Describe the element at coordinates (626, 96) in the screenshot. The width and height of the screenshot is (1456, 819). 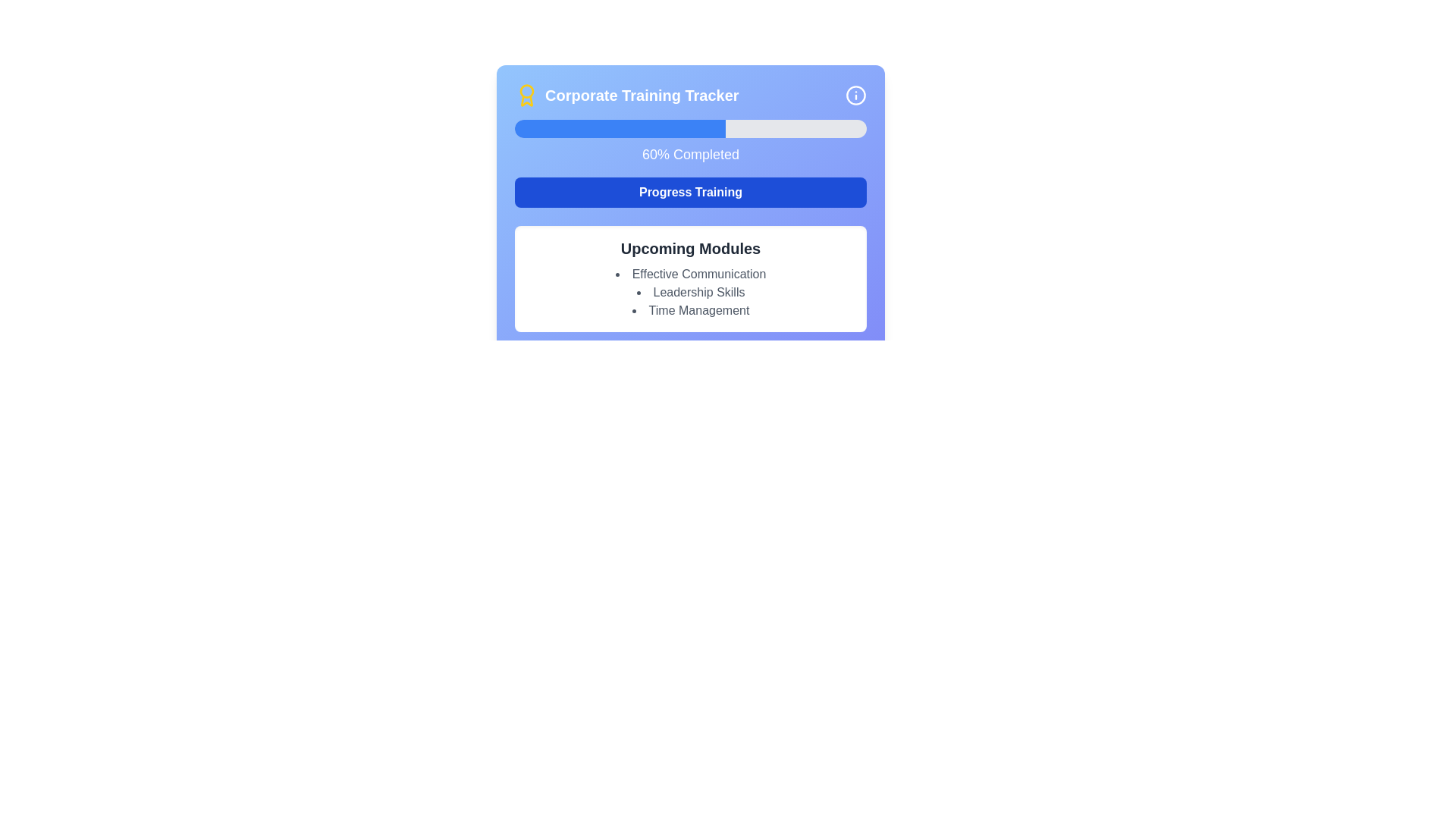
I see `the Text Label with Icon that serves as the title for the corporate training tracking section` at that location.